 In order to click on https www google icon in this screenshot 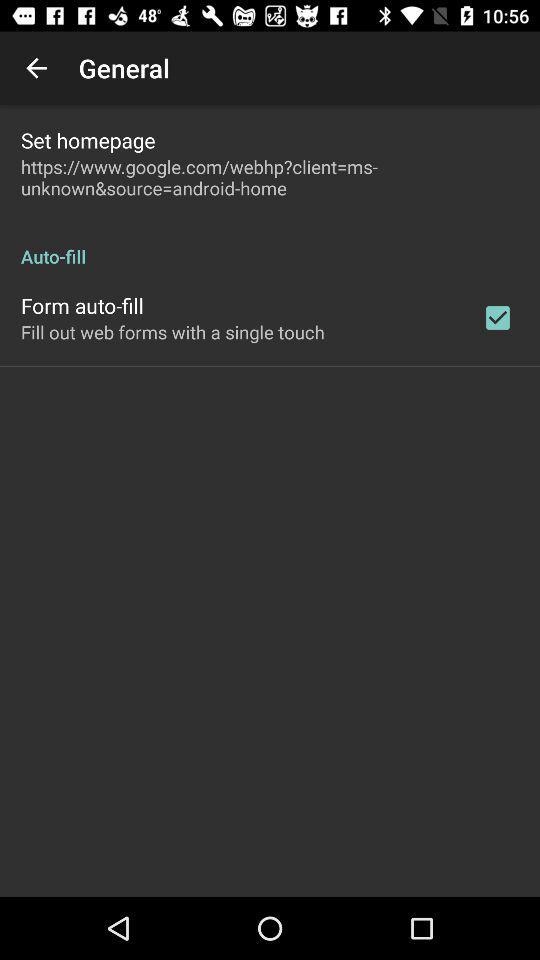, I will do `click(270, 176)`.